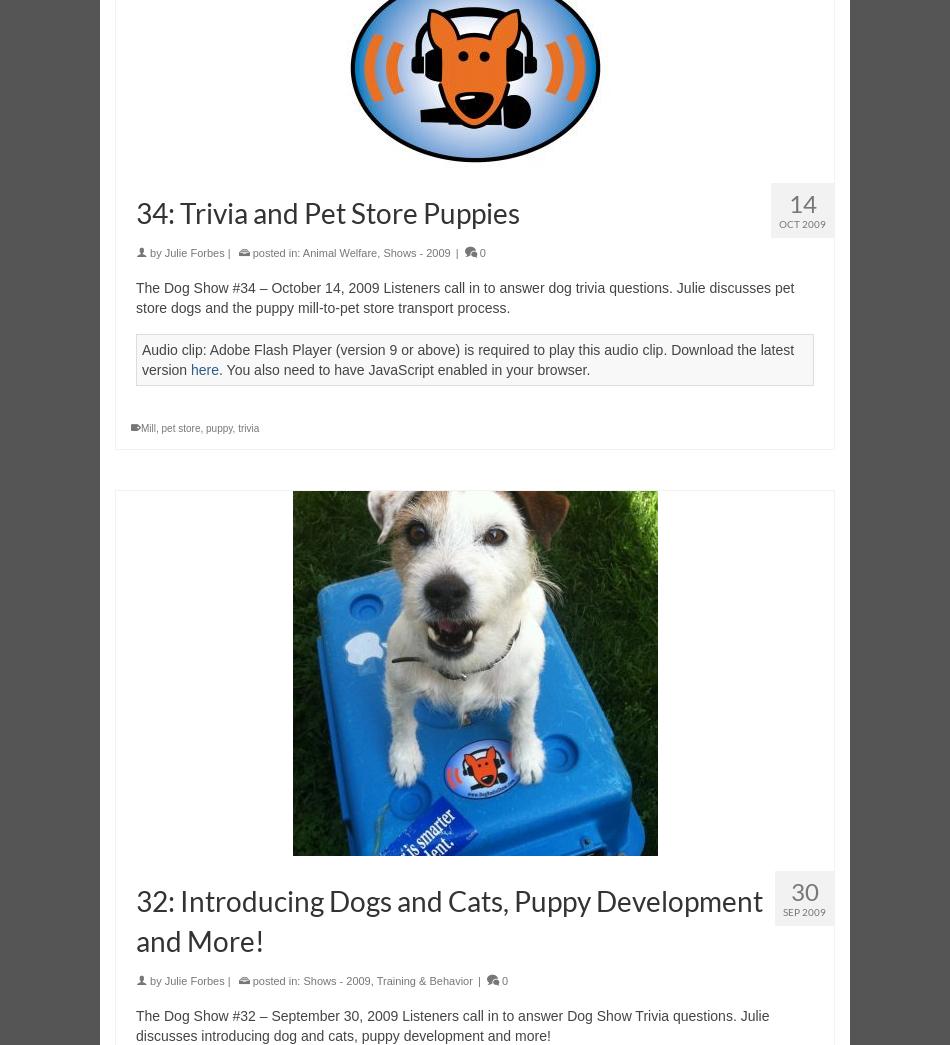  Describe the element at coordinates (403, 369) in the screenshot. I see `'. You also need to have JavaScript enabled in your browser.'` at that location.